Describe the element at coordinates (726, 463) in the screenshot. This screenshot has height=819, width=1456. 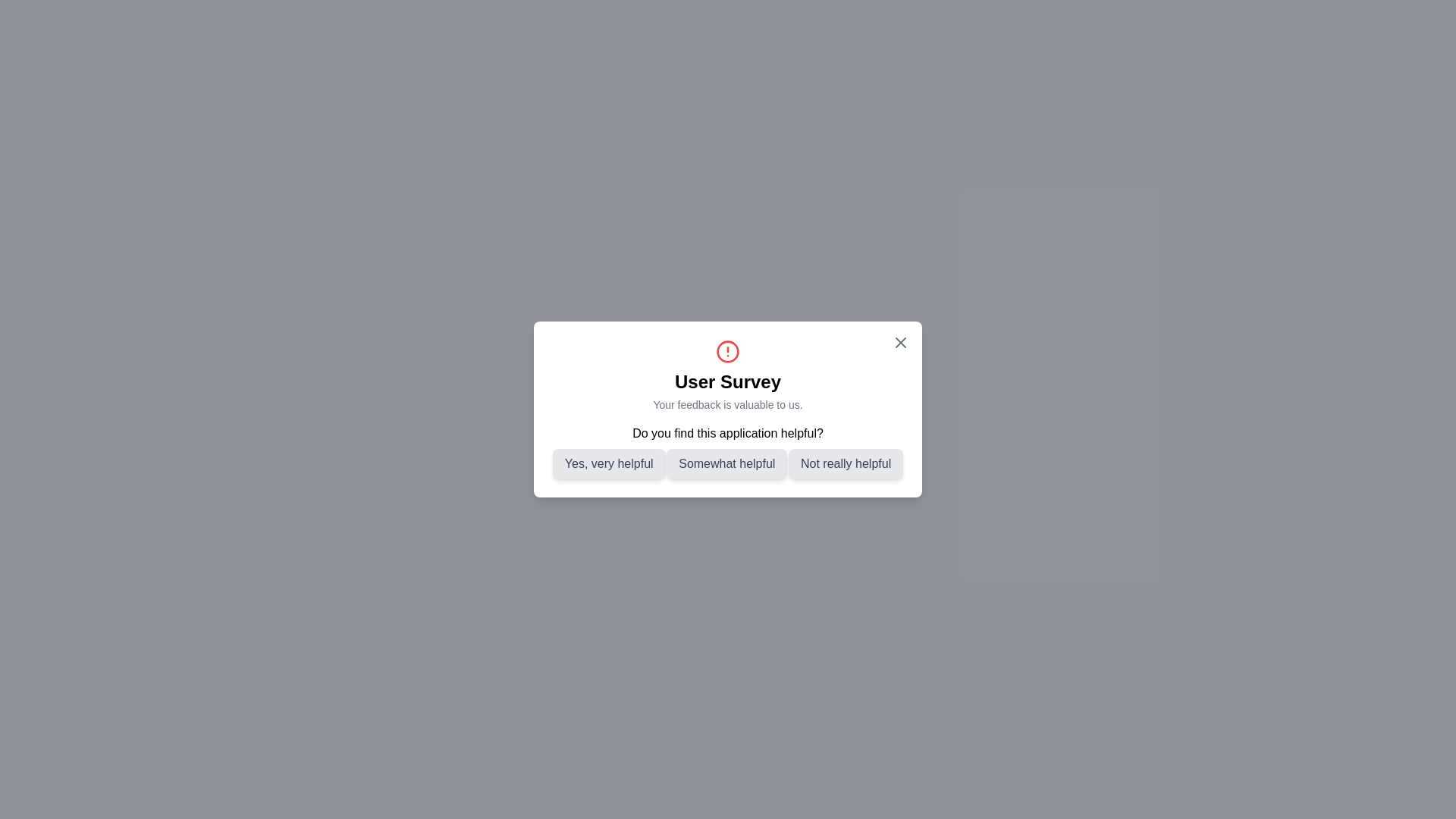
I see `the 'Somewhat helpful' button, which is the second button in a horizontal group of three buttons at the bottom of a modal dialog window` at that location.